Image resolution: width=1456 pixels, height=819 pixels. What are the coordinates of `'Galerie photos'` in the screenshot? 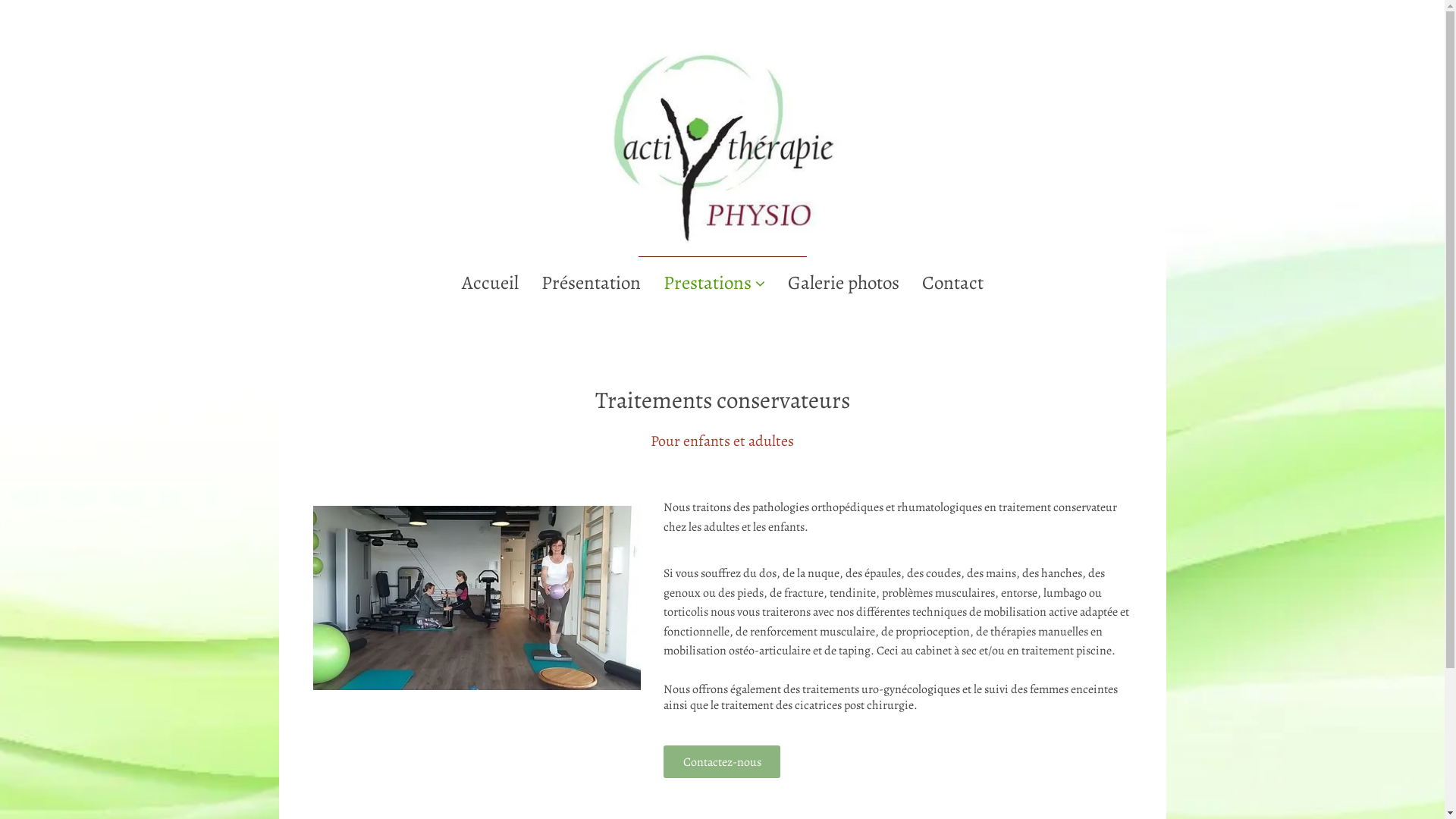 It's located at (842, 283).